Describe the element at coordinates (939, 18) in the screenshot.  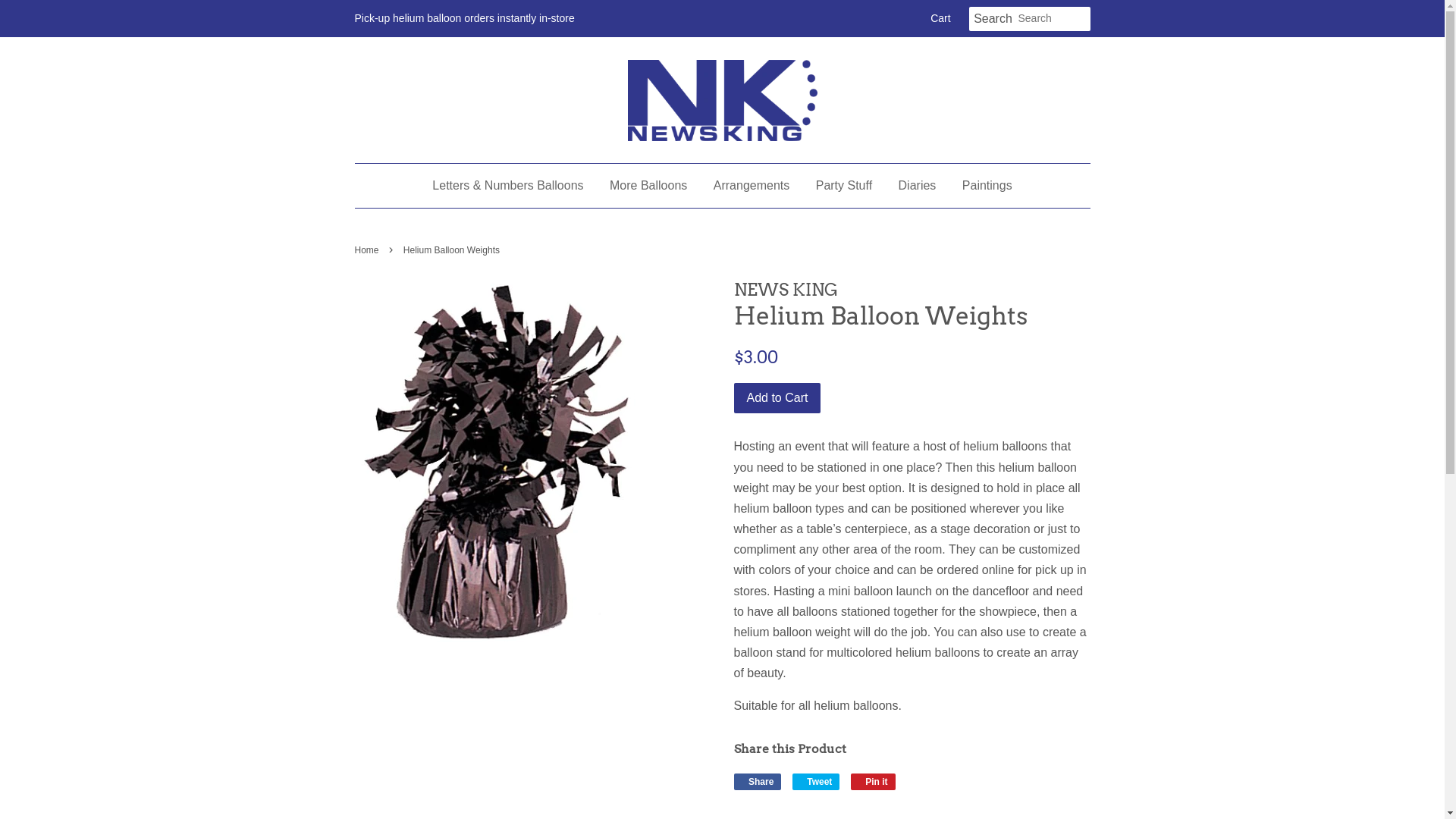
I see `'Cart'` at that location.